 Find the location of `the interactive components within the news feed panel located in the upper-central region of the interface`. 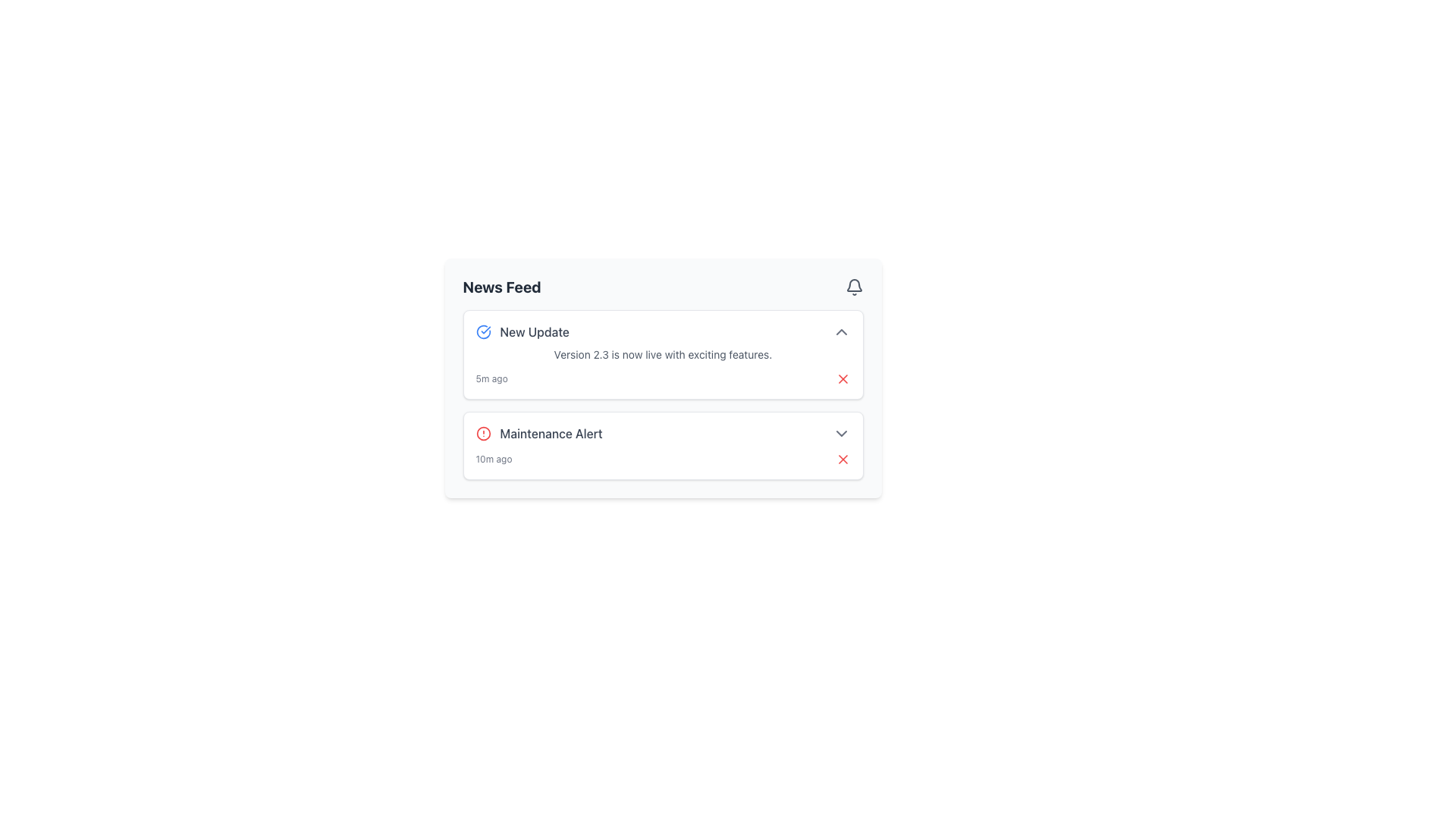

the interactive components within the news feed panel located in the upper-central region of the interface is located at coordinates (663, 377).